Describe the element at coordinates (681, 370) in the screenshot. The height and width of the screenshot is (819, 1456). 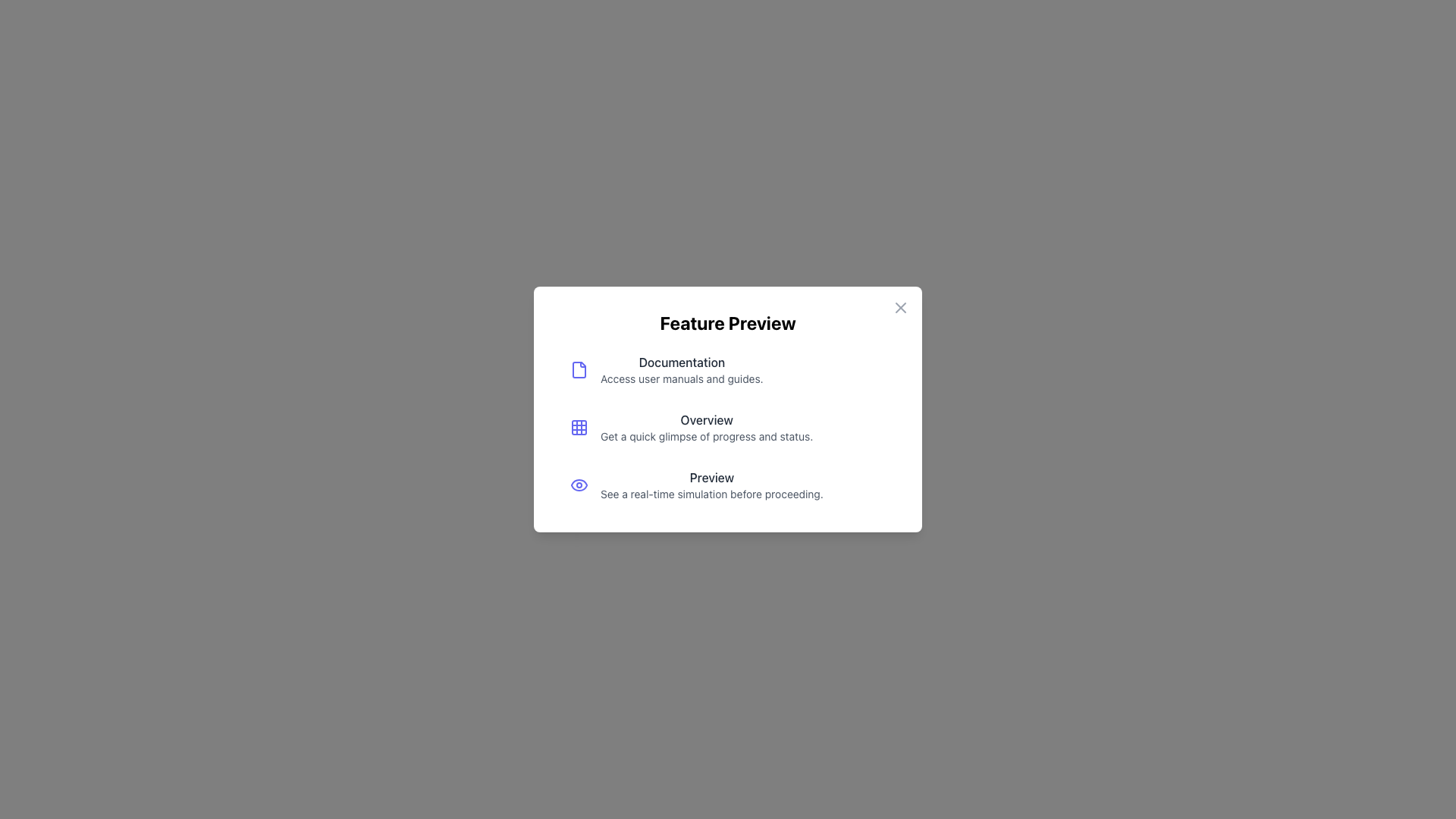
I see `the Text Block that serves as a description or title for the 'Feature Preview' modal, located at the top center, below the folder icon and above the options 'Overview' and 'Preview.'` at that location.